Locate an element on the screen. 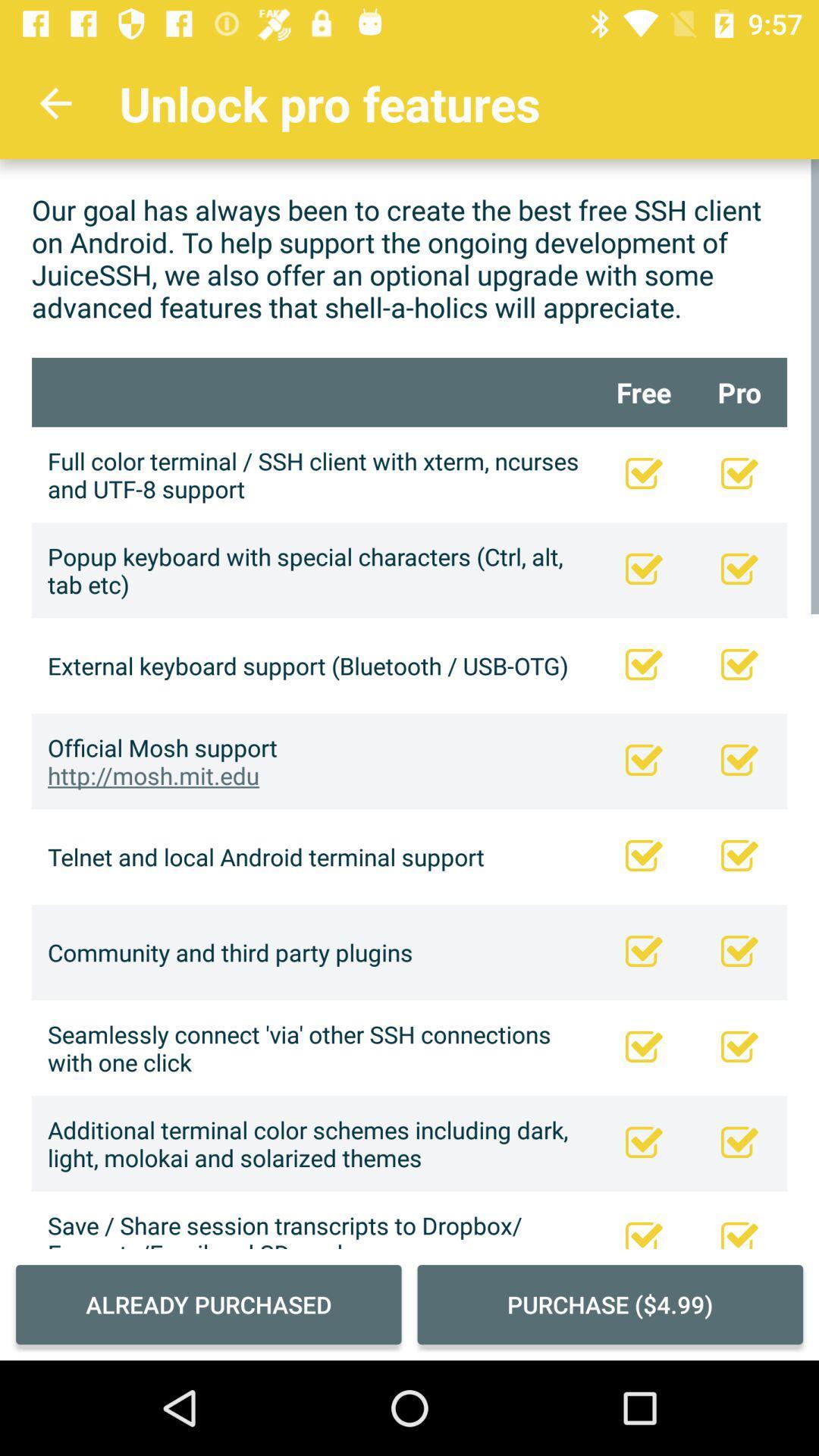 This screenshot has width=819, height=1456. already purchased is located at coordinates (209, 1304).